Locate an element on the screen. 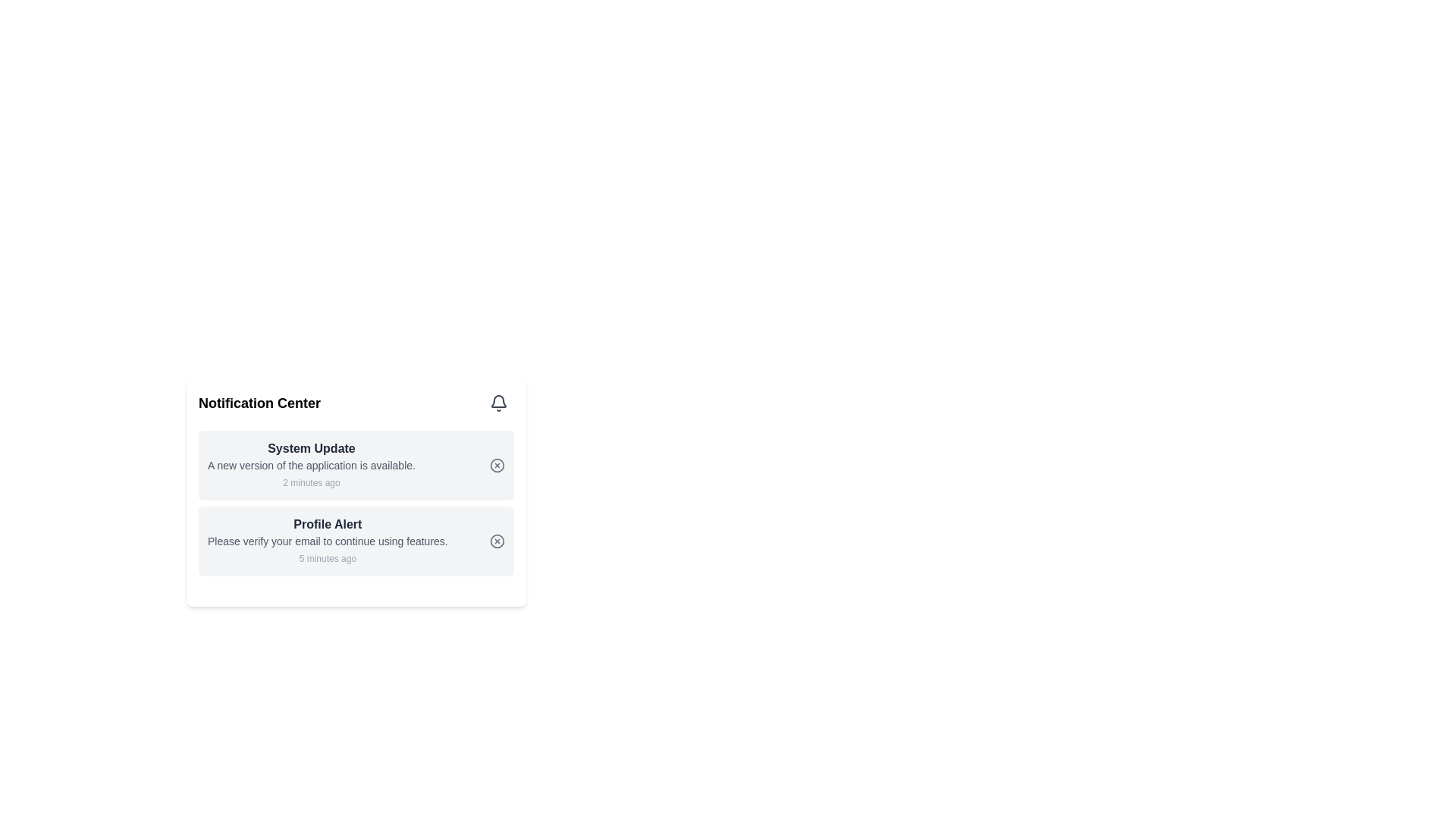 Image resolution: width=1456 pixels, height=819 pixels. the text label that serves as the title or heading of the notification, which is positioned at the upper section of the notification card is located at coordinates (311, 447).